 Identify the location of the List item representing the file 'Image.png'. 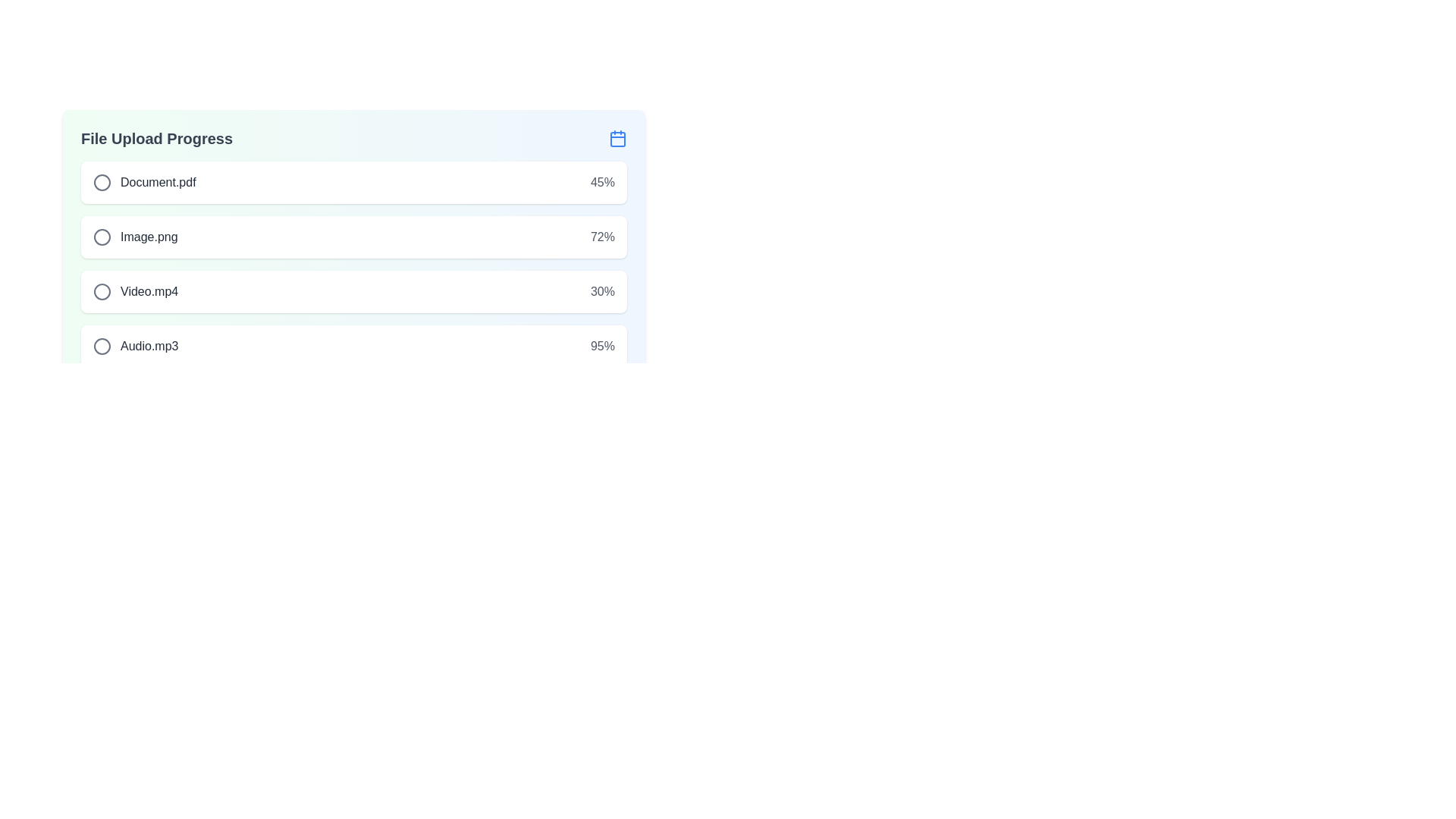
(135, 237).